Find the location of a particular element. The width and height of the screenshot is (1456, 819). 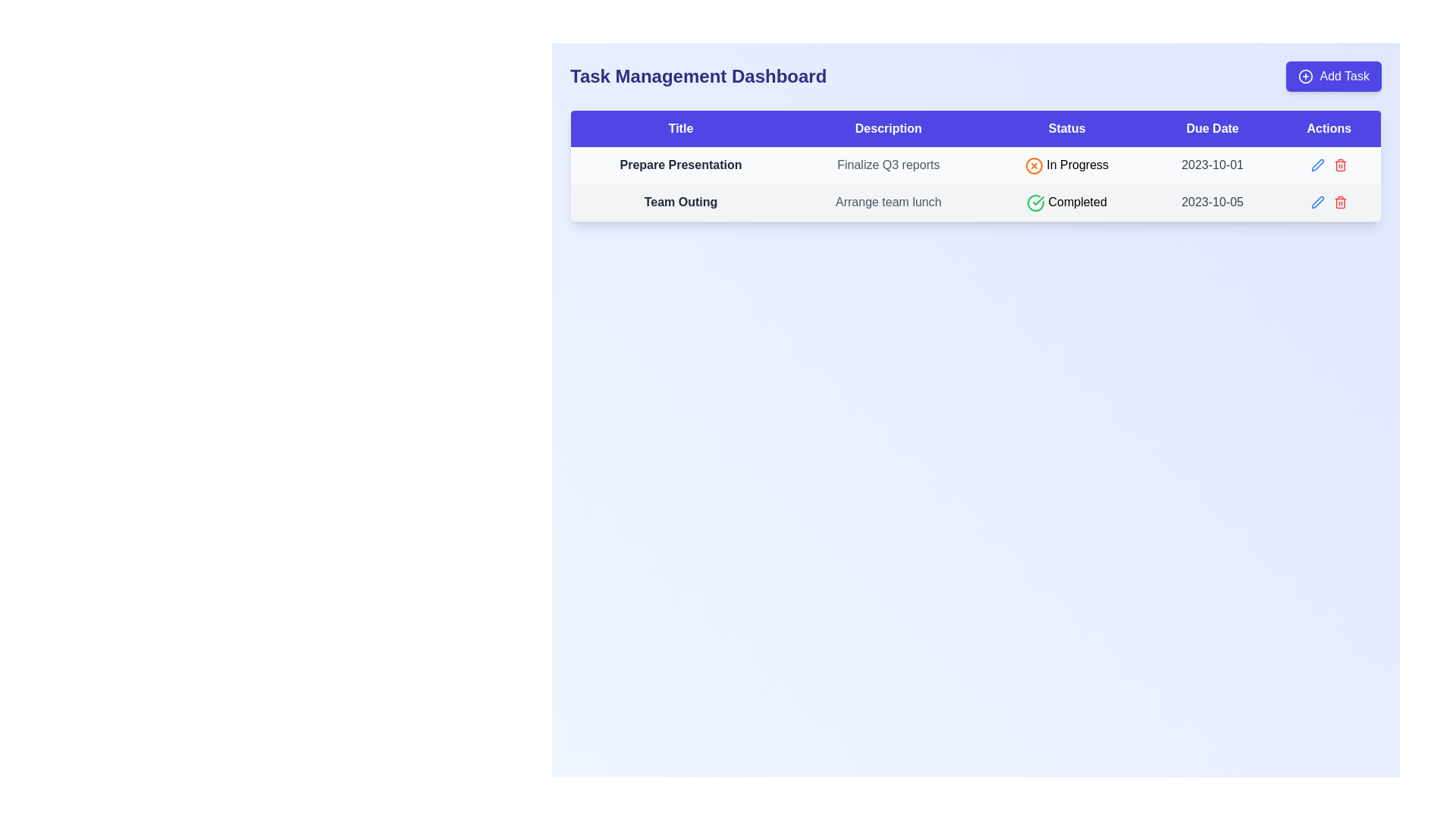

the static text display showing the date '2023-10-01' in the 'Due Date' column of the data table is located at coordinates (1212, 165).